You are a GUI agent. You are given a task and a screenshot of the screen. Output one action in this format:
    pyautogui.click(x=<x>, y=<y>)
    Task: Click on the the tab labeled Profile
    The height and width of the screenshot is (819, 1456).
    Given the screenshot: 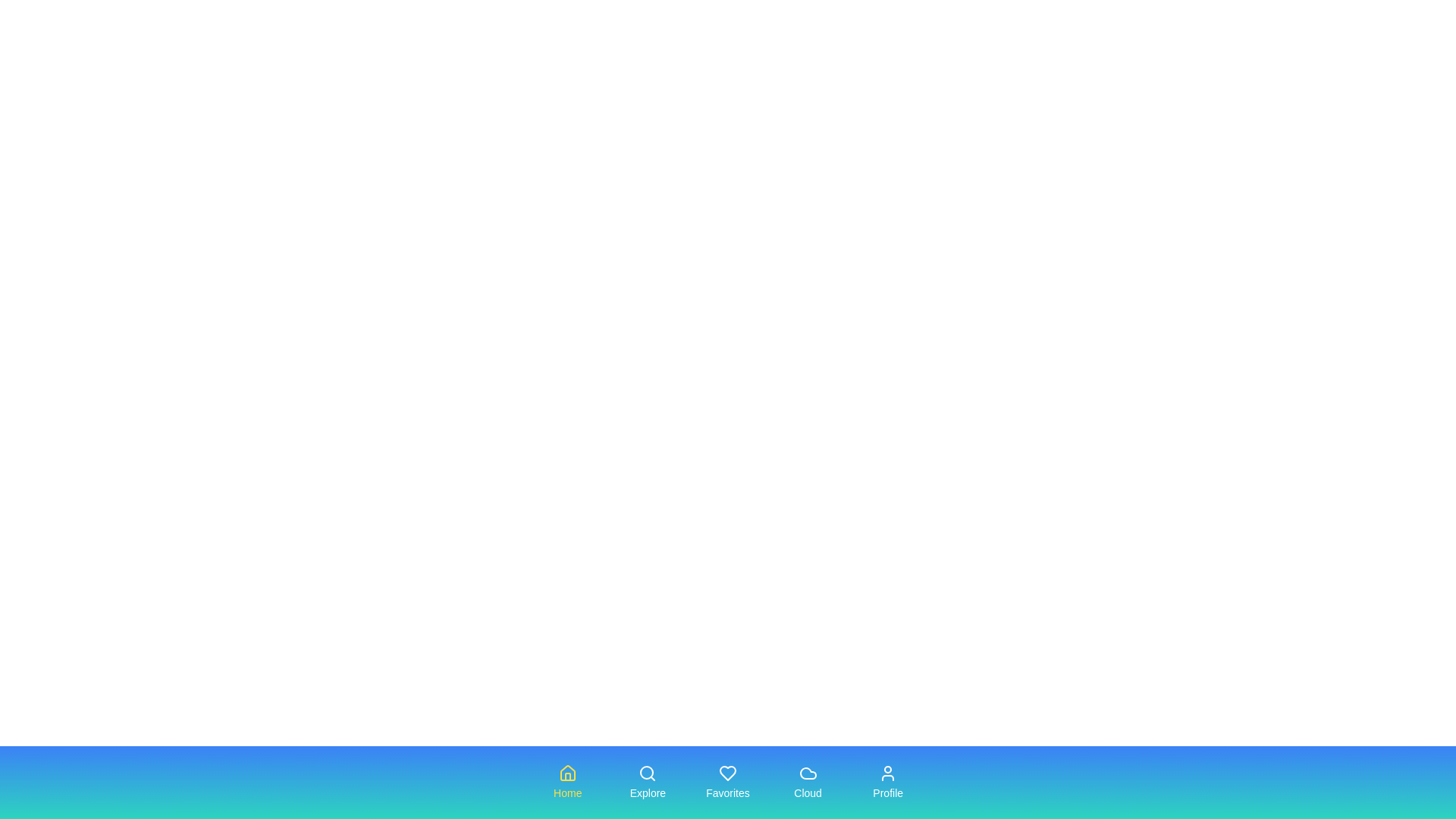 What is the action you would take?
    pyautogui.click(x=888, y=783)
    